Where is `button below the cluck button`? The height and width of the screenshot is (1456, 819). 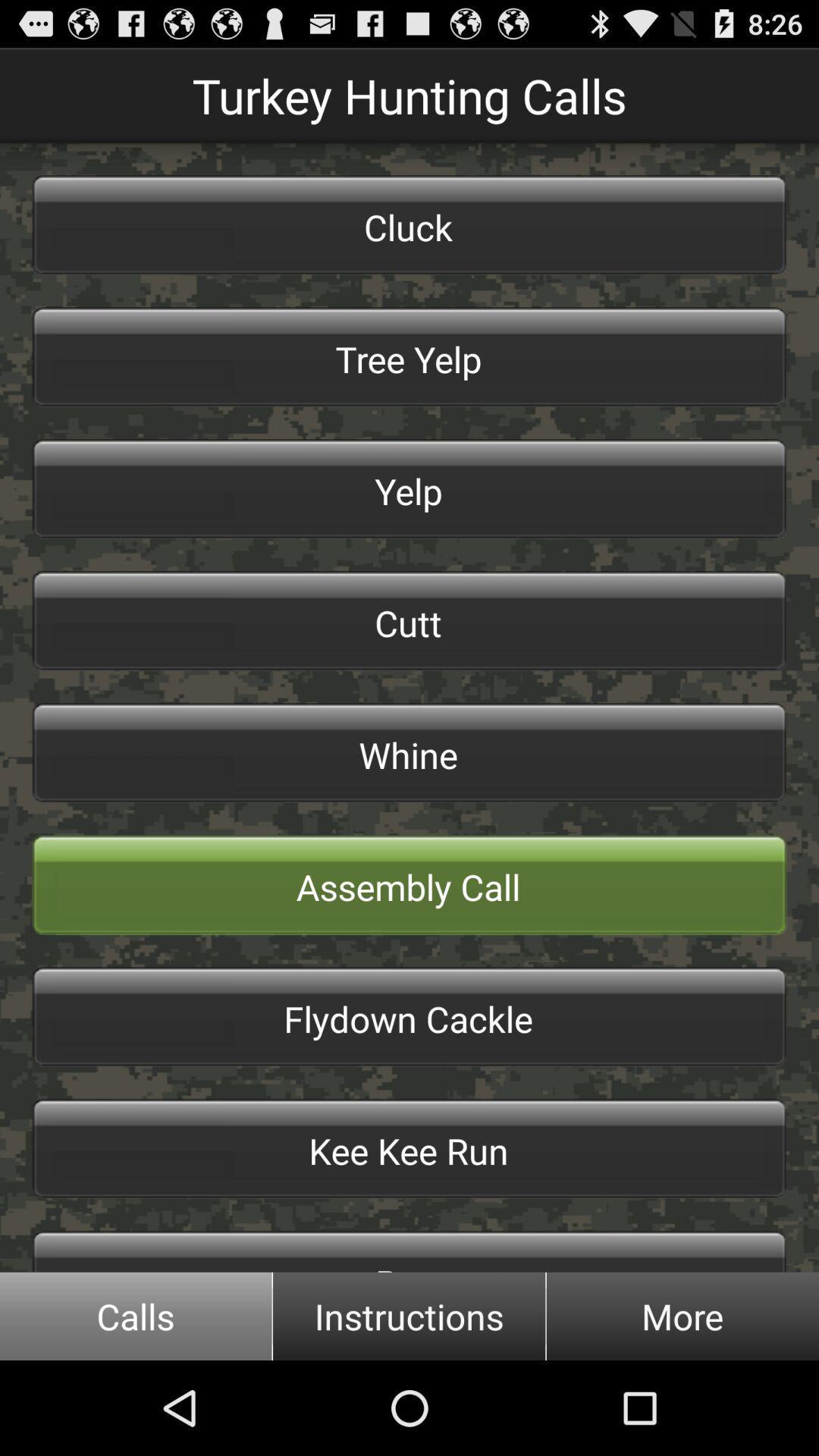
button below the cluck button is located at coordinates (409, 356).